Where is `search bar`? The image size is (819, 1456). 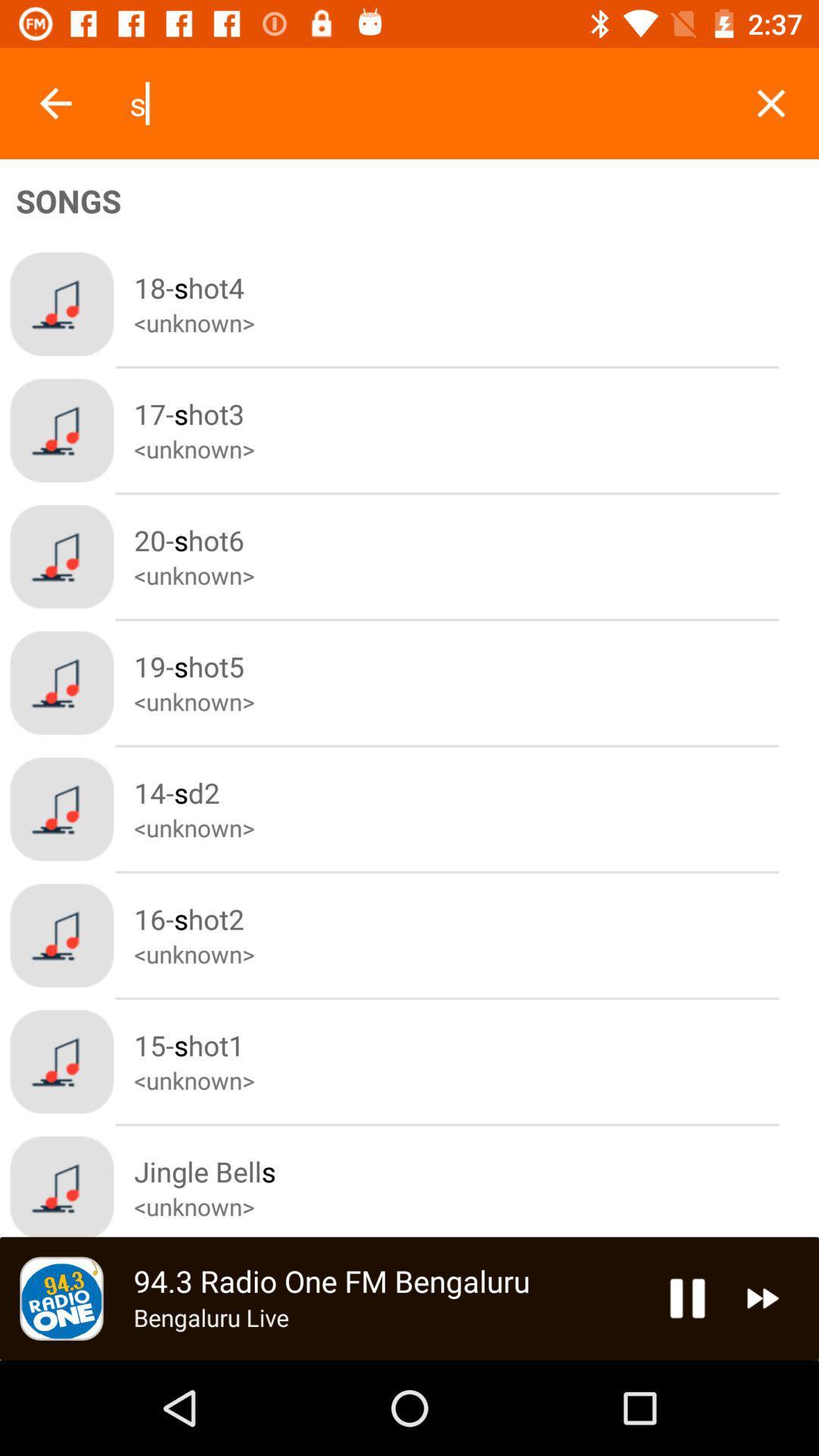 search bar is located at coordinates (425, 102).